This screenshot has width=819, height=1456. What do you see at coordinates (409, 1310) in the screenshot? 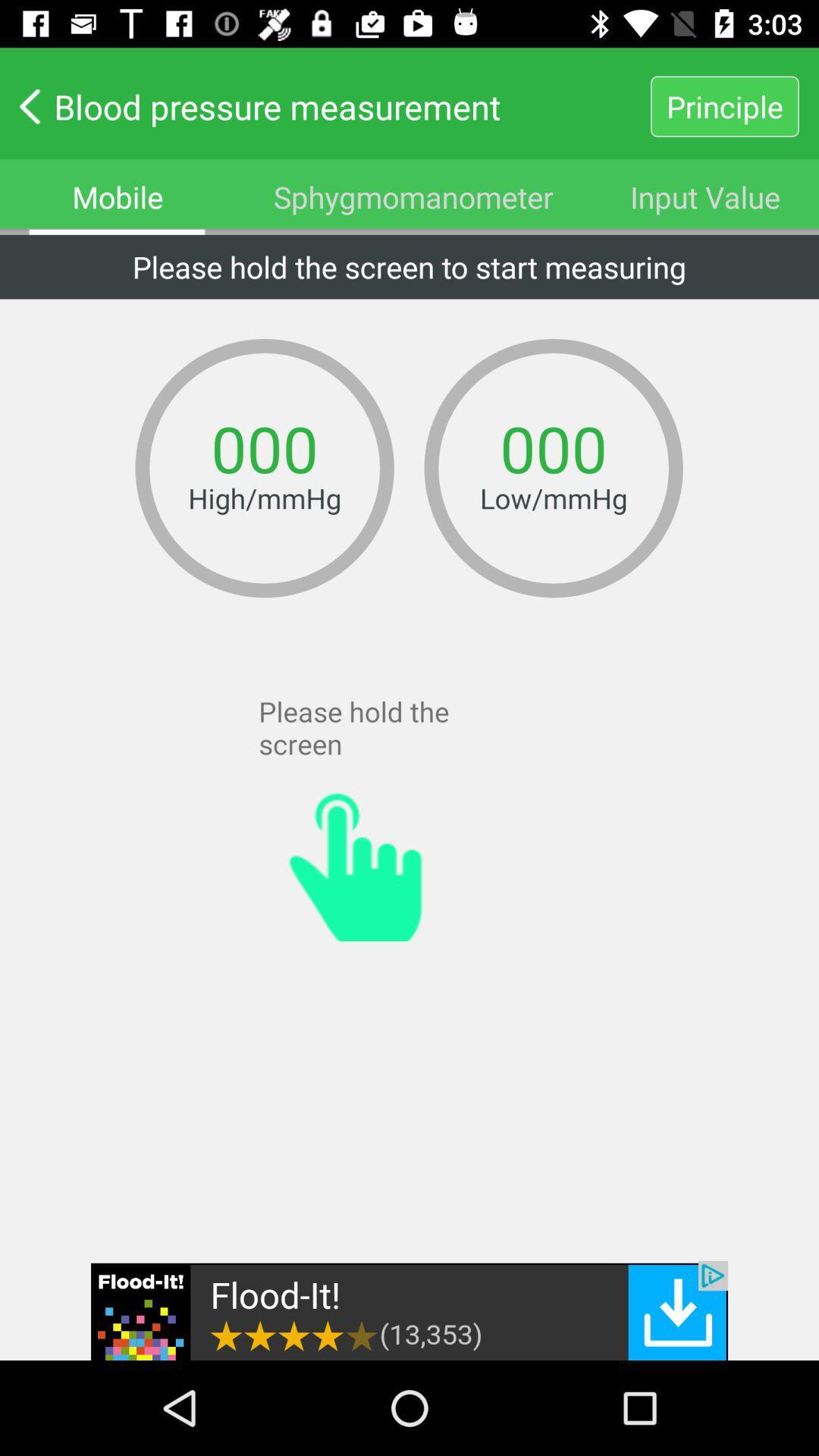
I see `advertisement` at bounding box center [409, 1310].